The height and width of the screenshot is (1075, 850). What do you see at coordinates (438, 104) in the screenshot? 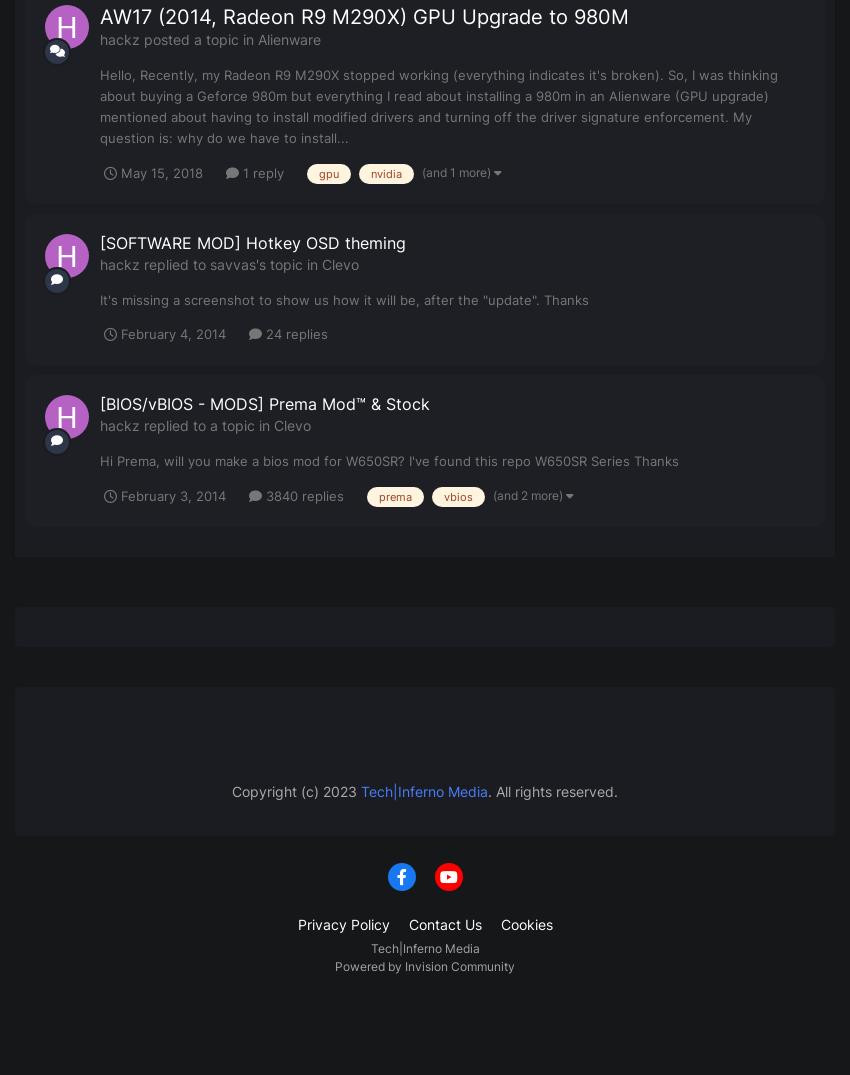
I see `'Hello,
 


	 
 


	Recently, my Radeon R9 M290X stopped working (everything indicates it's broken). So, I was thinking about buying a Geforce 980m but everything I read about installing a 980m in an Alienware (GPU upgrade) mentioned about having to install modified drivers and turning off the driver signature enforcement.
 


	 
 


	My question is:
 


		why do we have to install...'` at bounding box center [438, 104].